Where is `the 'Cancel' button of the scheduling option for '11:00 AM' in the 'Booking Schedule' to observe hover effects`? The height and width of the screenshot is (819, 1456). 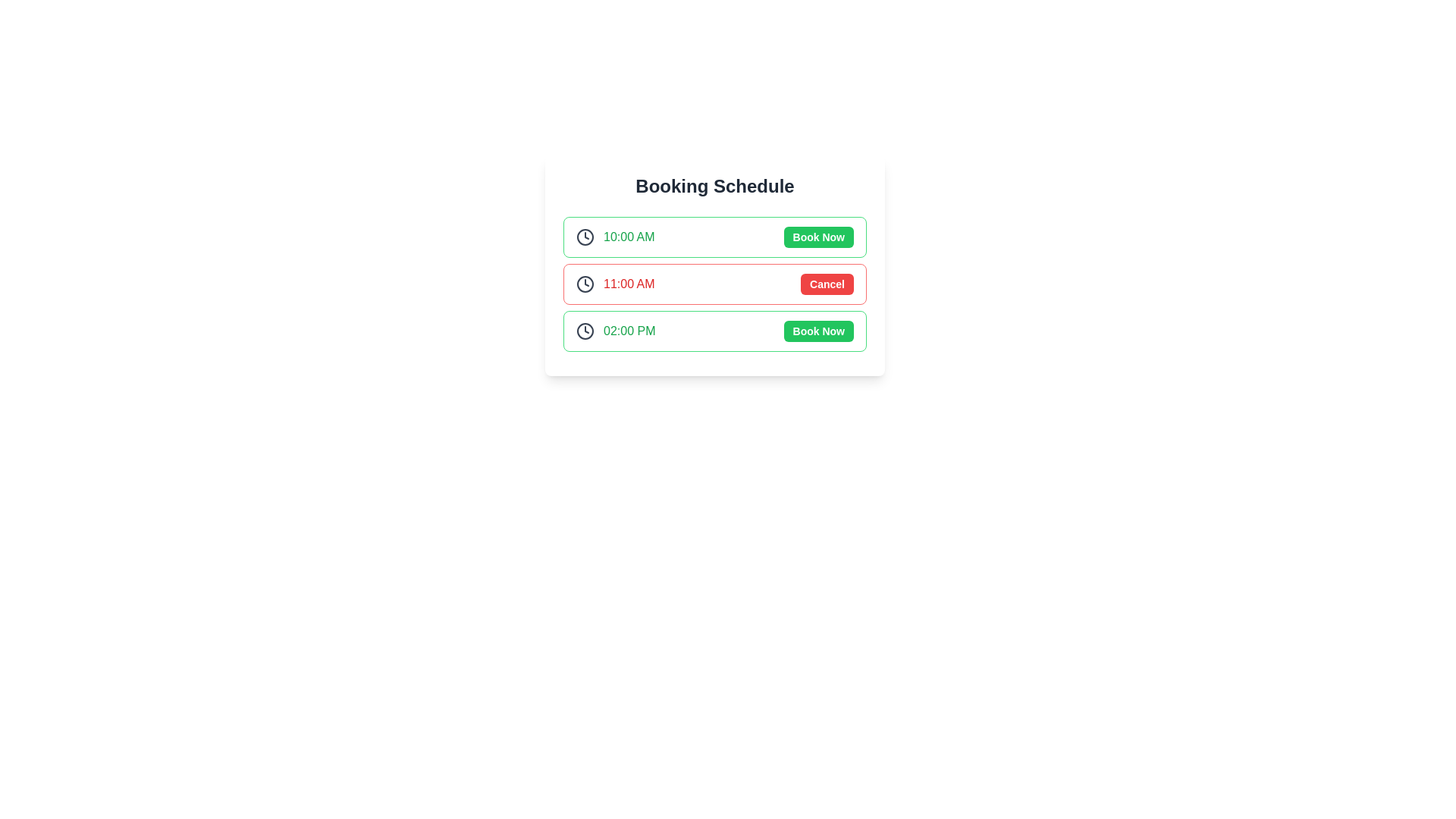
the 'Cancel' button of the scheduling option for '11:00 AM' in the 'Booking Schedule' to observe hover effects is located at coordinates (714, 284).